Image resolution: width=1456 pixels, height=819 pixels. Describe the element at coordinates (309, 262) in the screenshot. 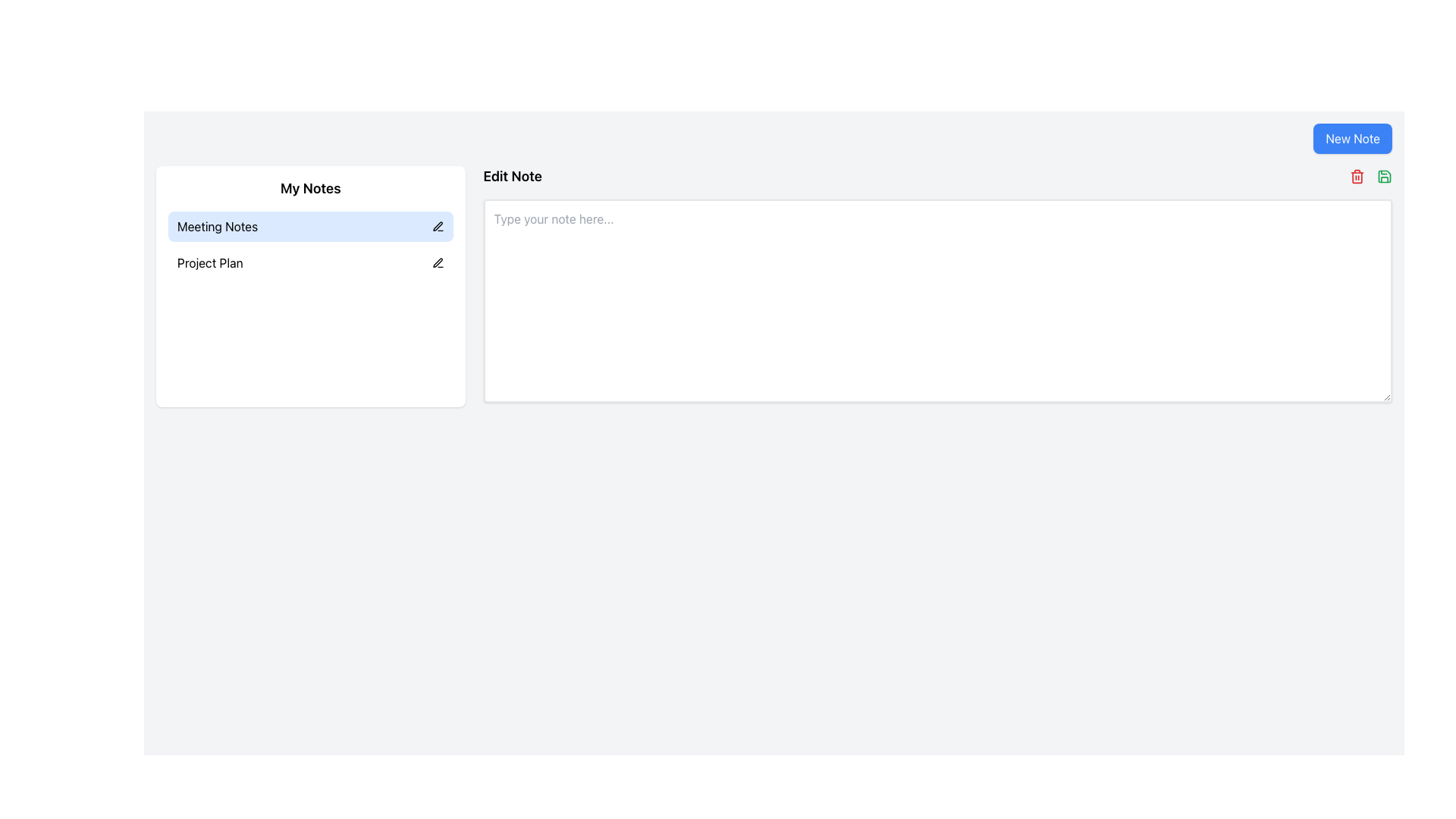

I see `to select the note entry labeled 'Project Plan' located in the 'My Notes' section below the 'Meeting Notes' entry` at that location.